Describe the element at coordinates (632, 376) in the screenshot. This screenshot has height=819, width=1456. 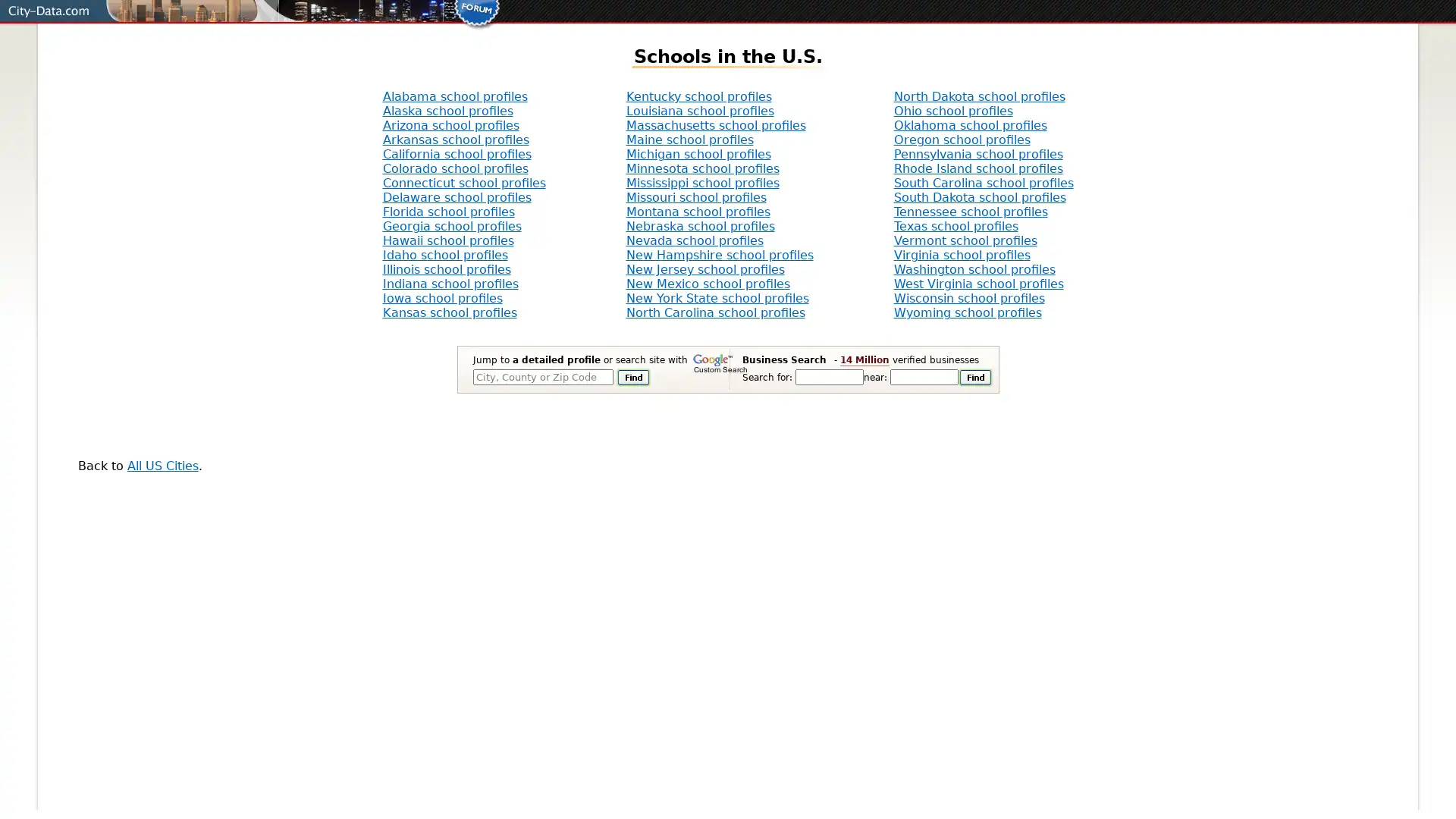
I see `Find It` at that location.